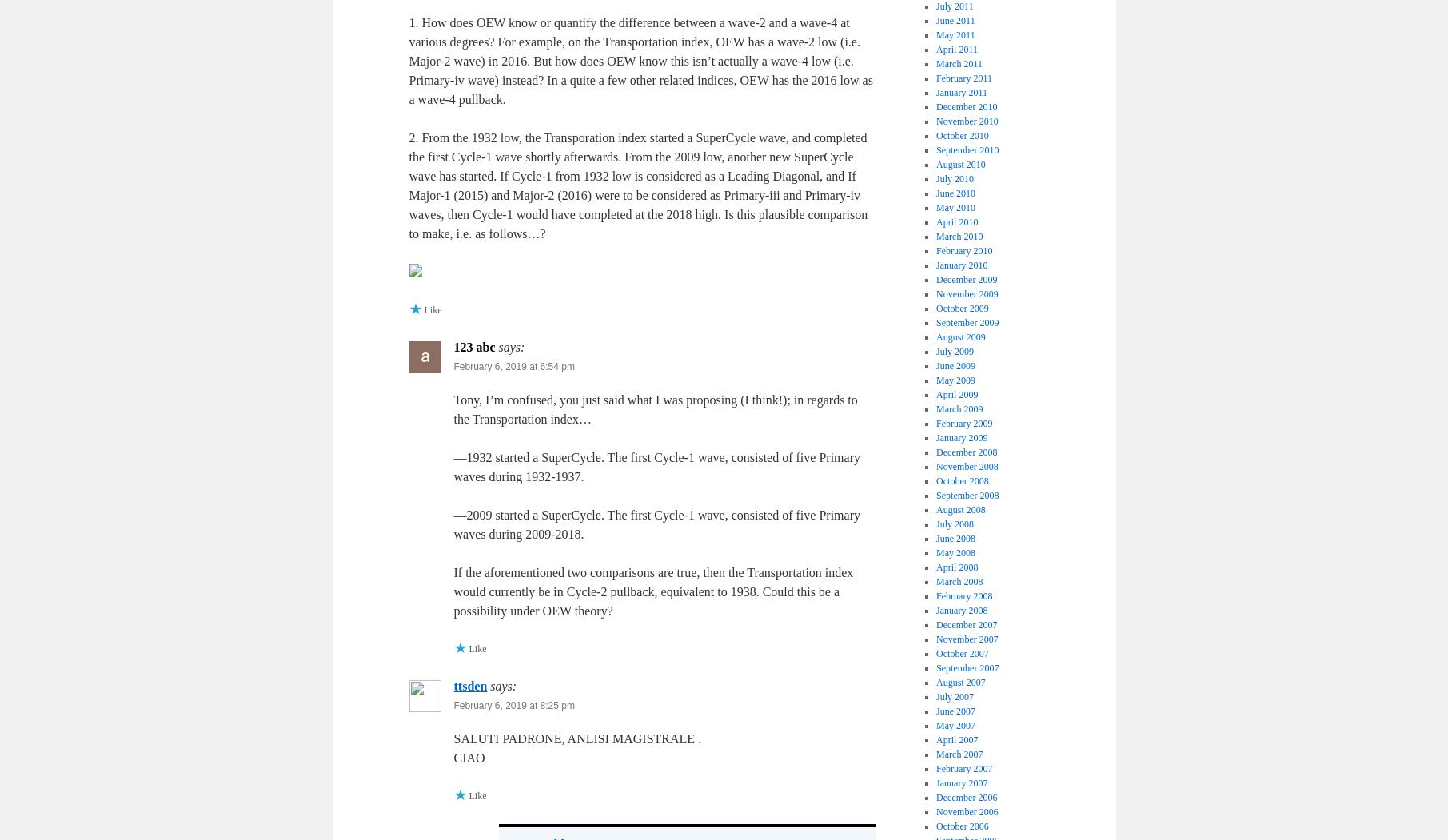 Image resolution: width=1448 pixels, height=840 pixels. I want to click on 'December 2009', so click(967, 279).